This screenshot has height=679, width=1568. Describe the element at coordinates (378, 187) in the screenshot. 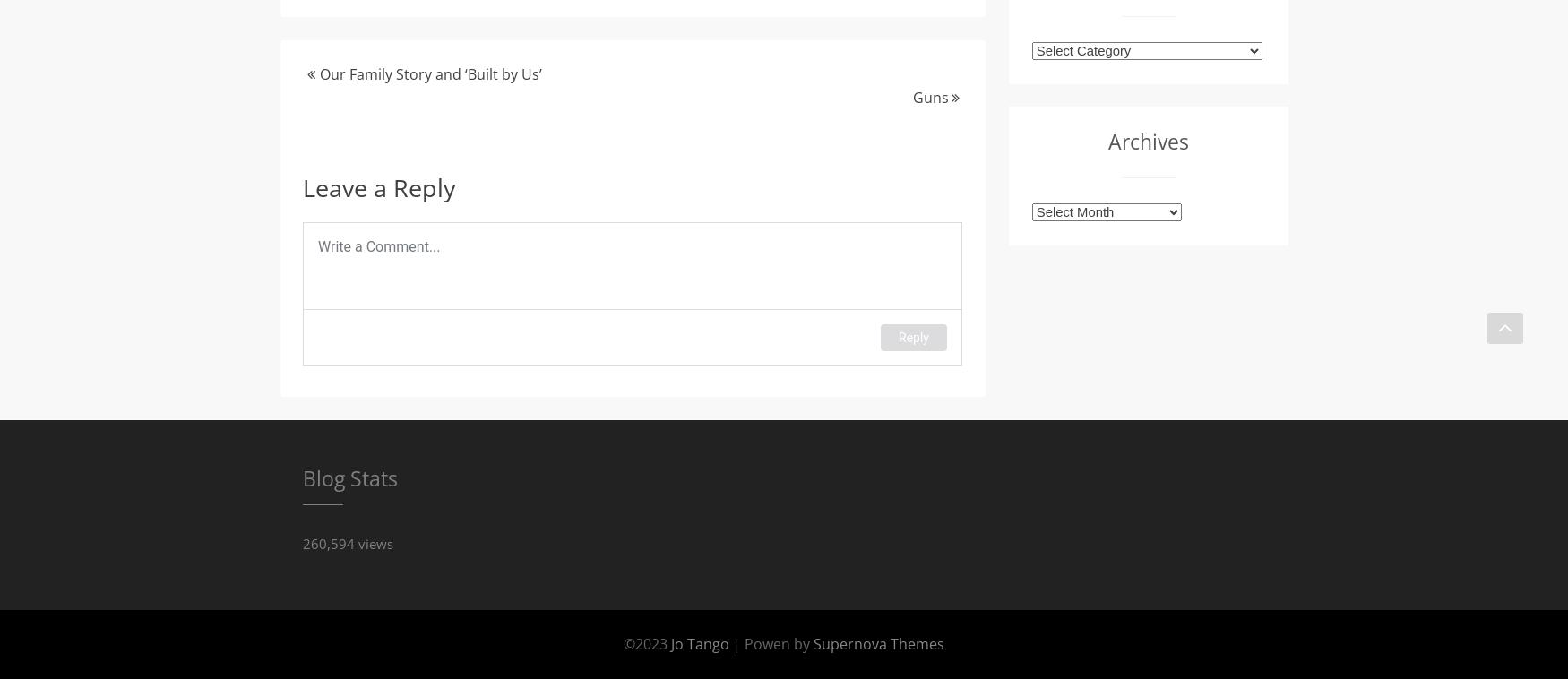

I see `'Leave a Reply'` at that location.